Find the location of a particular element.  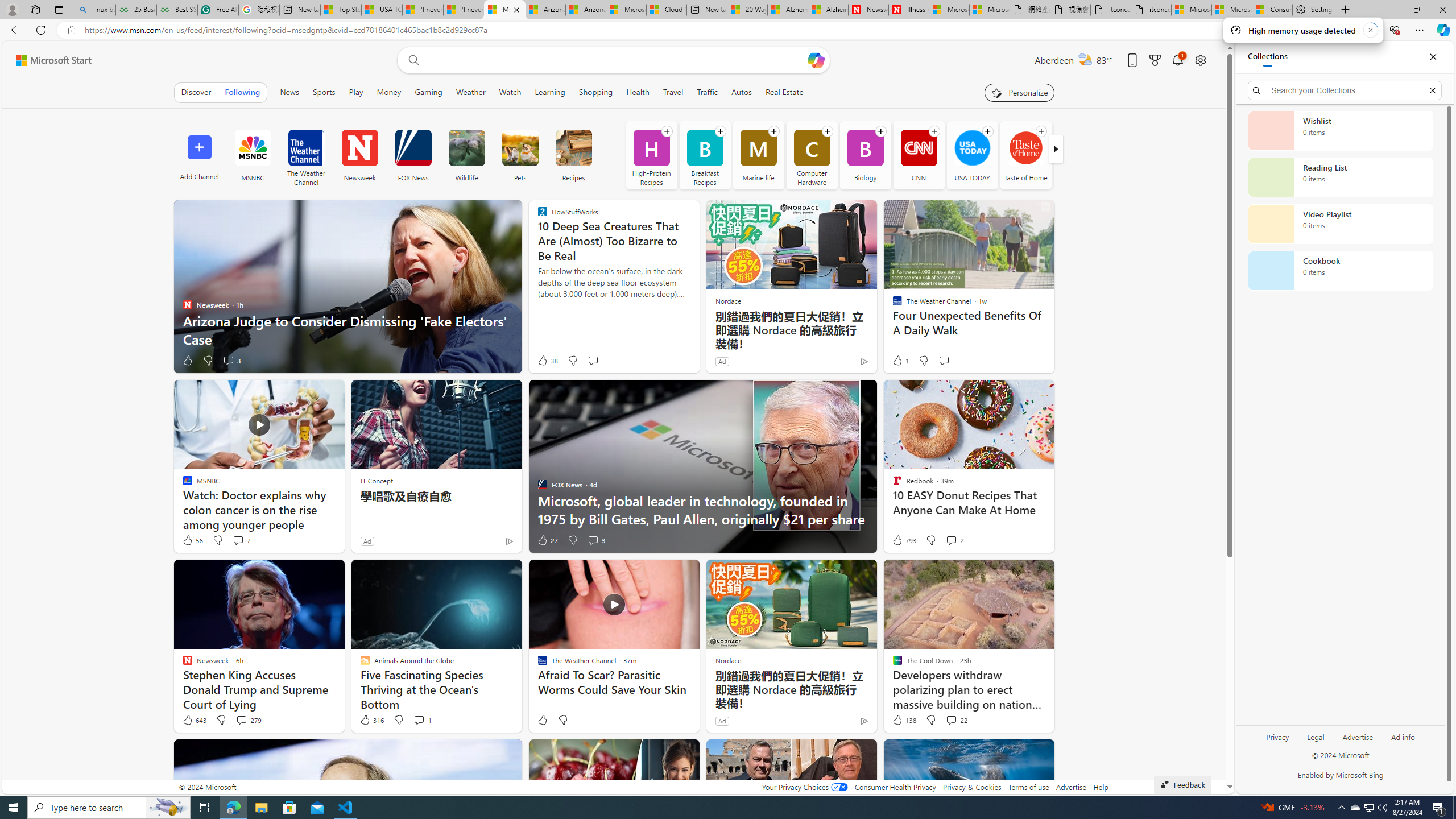

'Shopping' is located at coordinates (595, 92).